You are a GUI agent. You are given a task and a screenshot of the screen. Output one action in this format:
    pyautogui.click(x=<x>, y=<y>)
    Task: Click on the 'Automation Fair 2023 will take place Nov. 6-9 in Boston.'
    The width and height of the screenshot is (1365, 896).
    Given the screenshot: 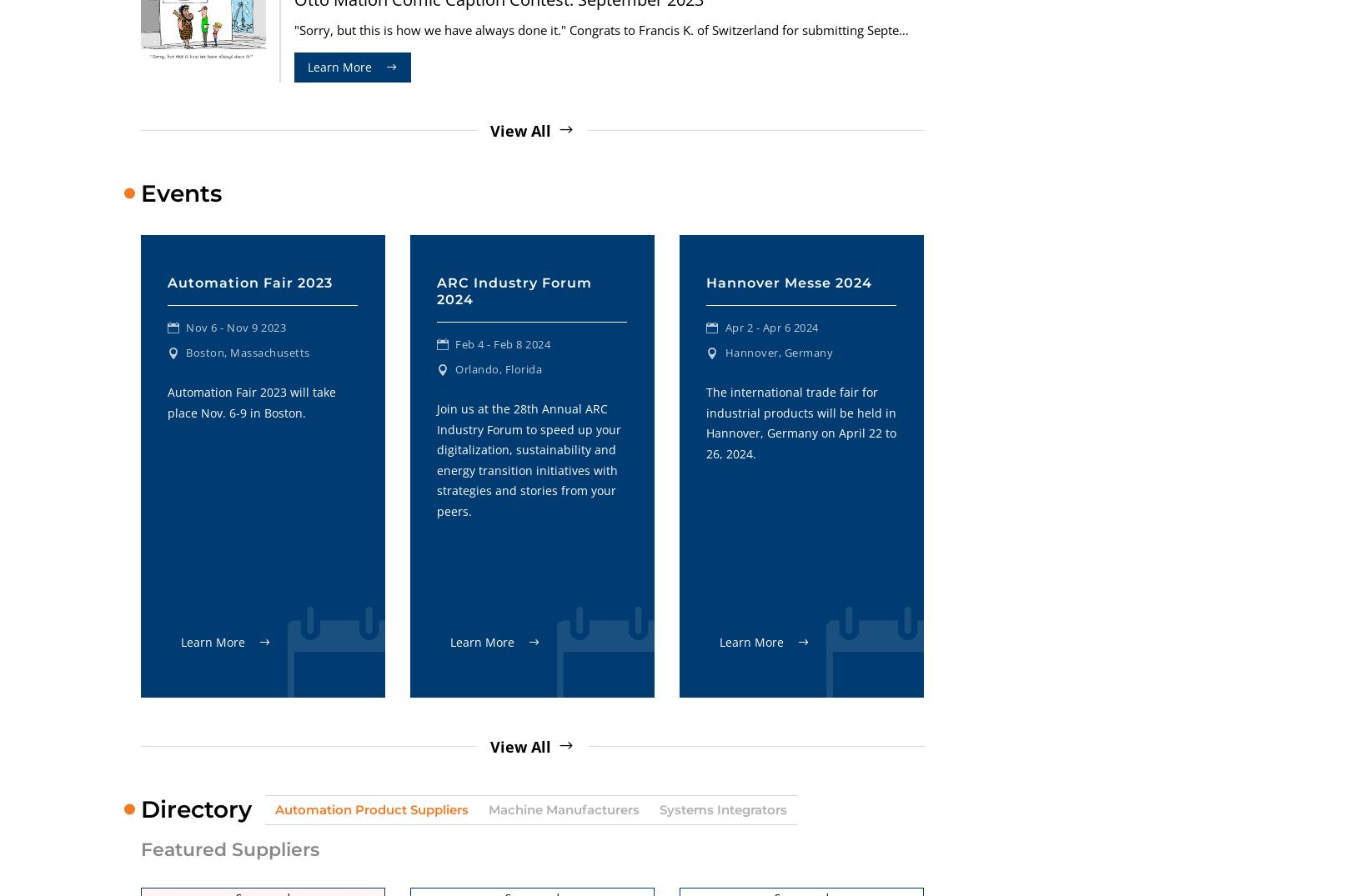 What is the action you would take?
    pyautogui.click(x=250, y=402)
    